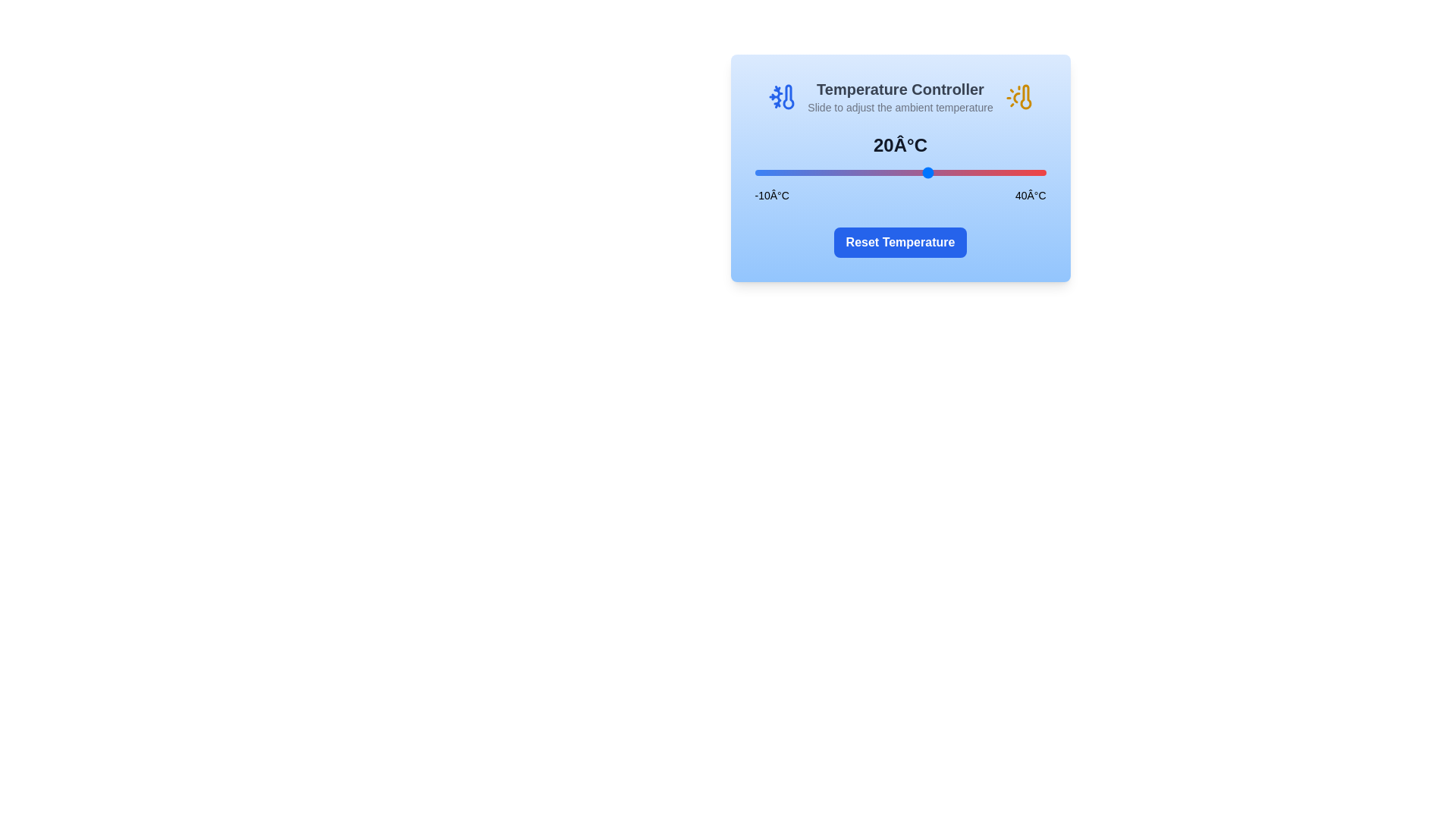 The height and width of the screenshot is (819, 1456). Describe the element at coordinates (789, 171) in the screenshot. I see `the temperature` at that location.